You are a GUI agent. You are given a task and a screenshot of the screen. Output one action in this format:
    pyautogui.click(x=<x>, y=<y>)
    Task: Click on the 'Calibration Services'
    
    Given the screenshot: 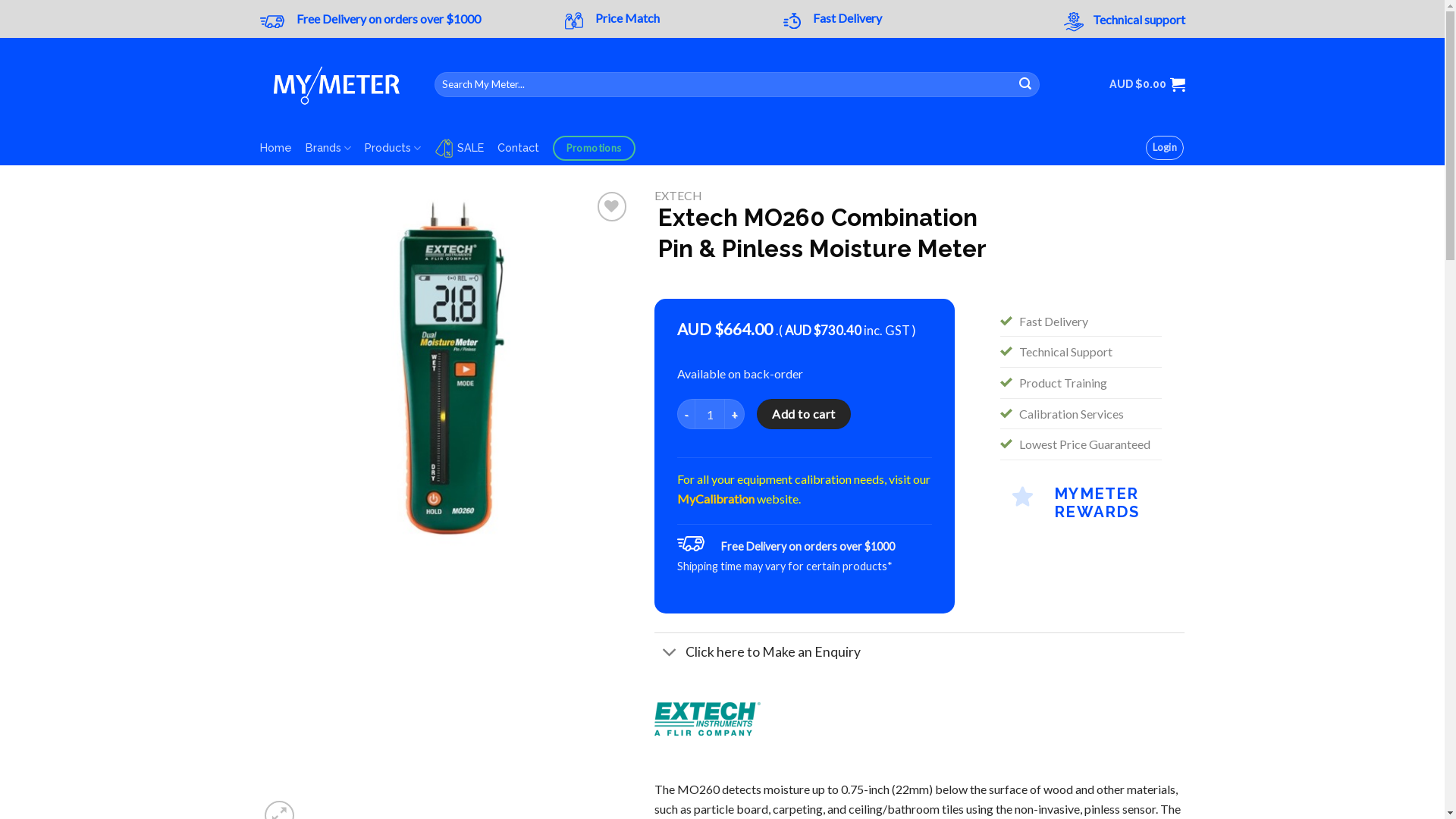 What is the action you would take?
    pyautogui.click(x=1070, y=413)
    